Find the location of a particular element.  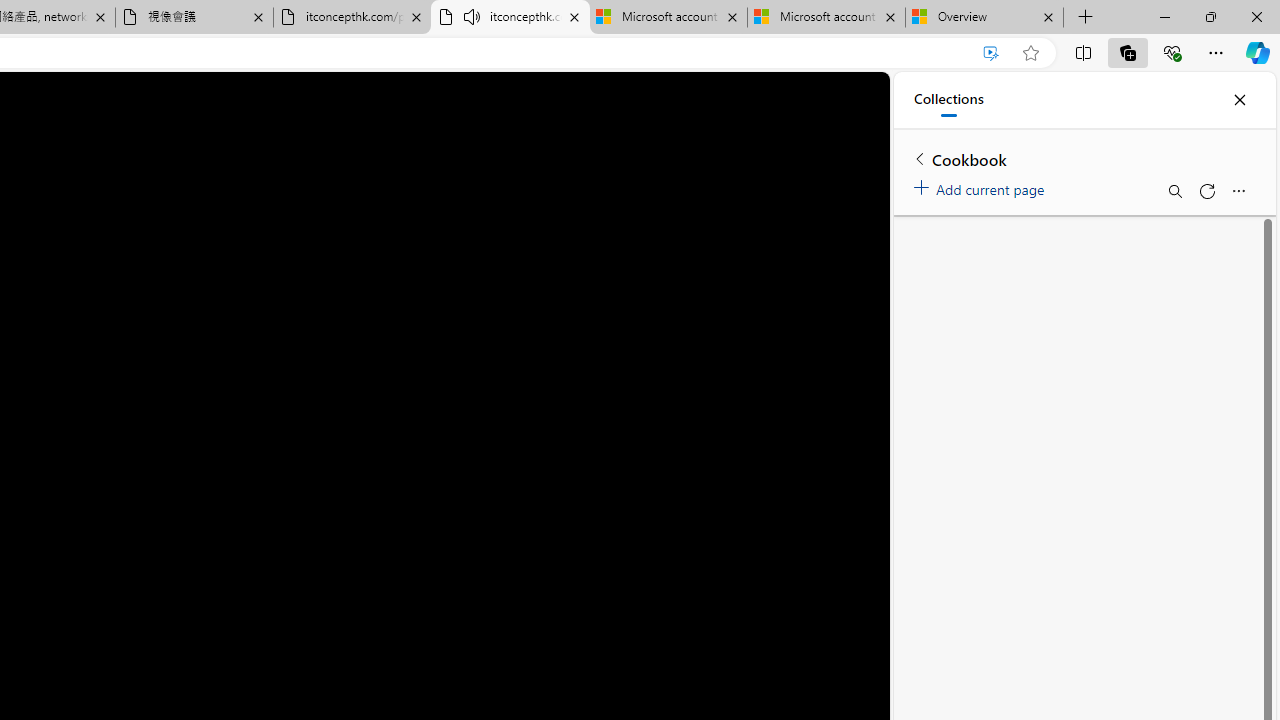

'Add current page' is located at coordinates (983, 186).